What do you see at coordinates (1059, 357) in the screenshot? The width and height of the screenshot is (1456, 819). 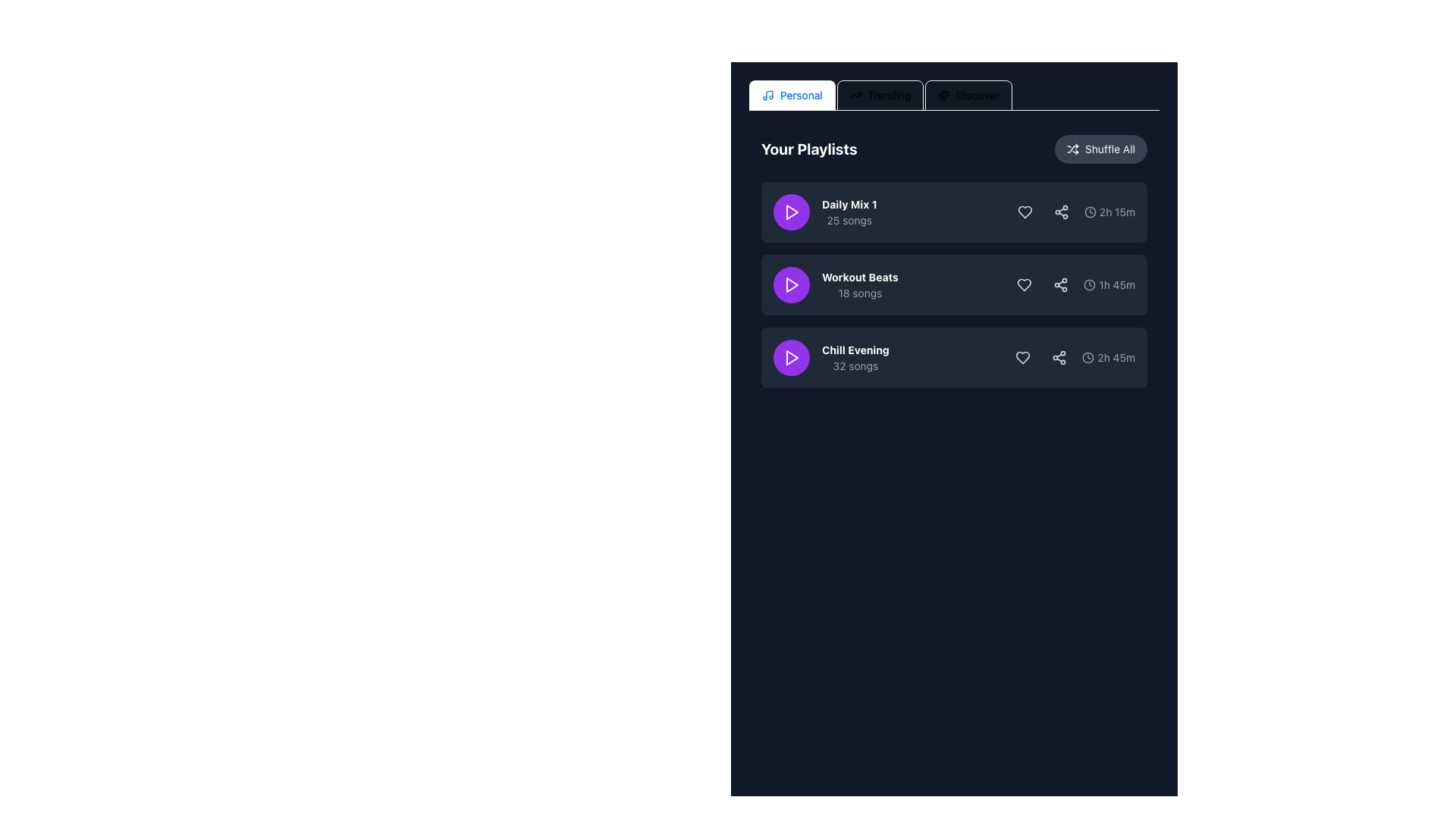 I see `the circular share button with a white outline and gray share icon, located between the heart-shaped button and the text '2h 45m' in the 'Chill Evening' playlist section` at bounding box center [1059, 357].